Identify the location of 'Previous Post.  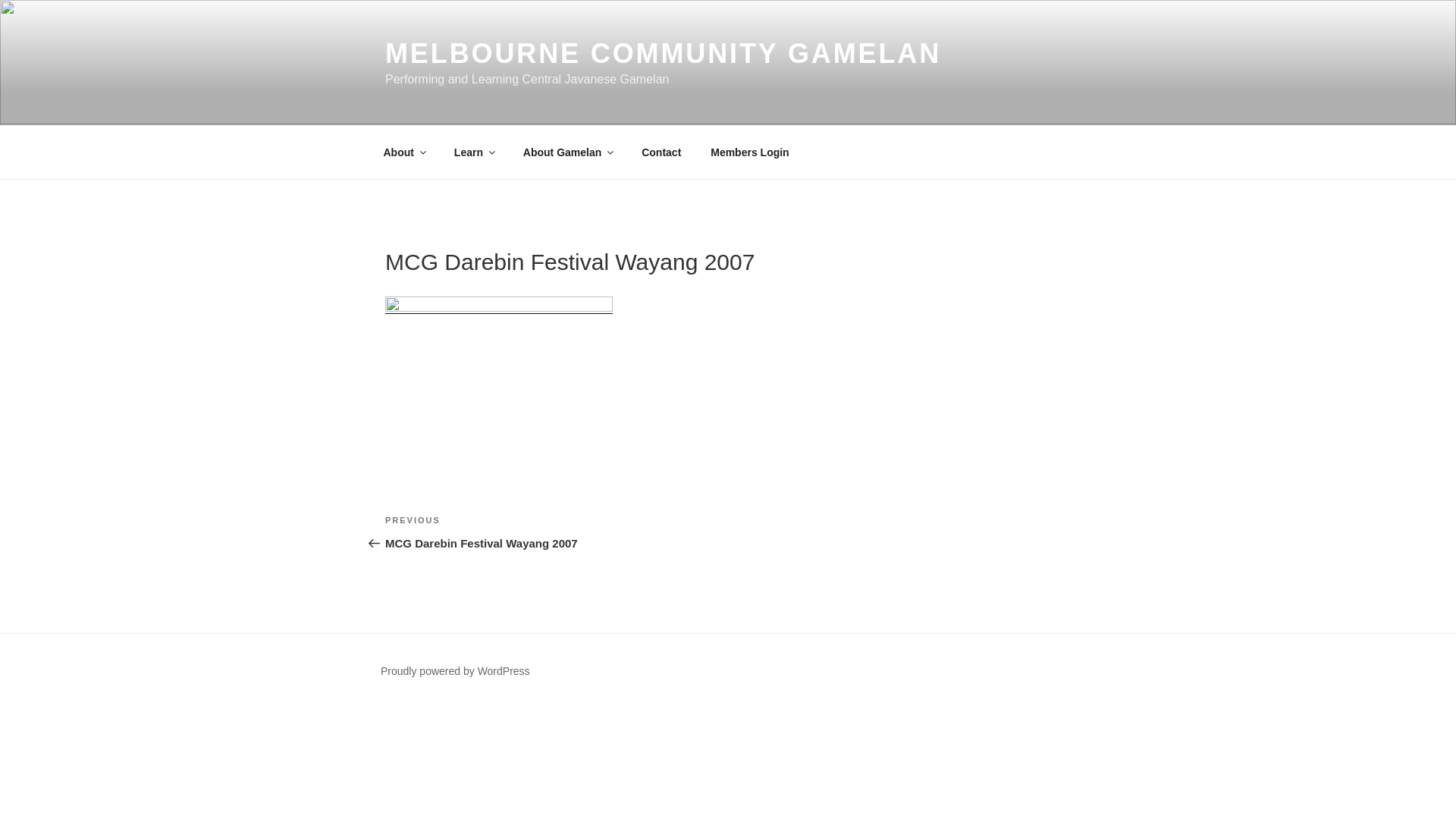
(556, 532).